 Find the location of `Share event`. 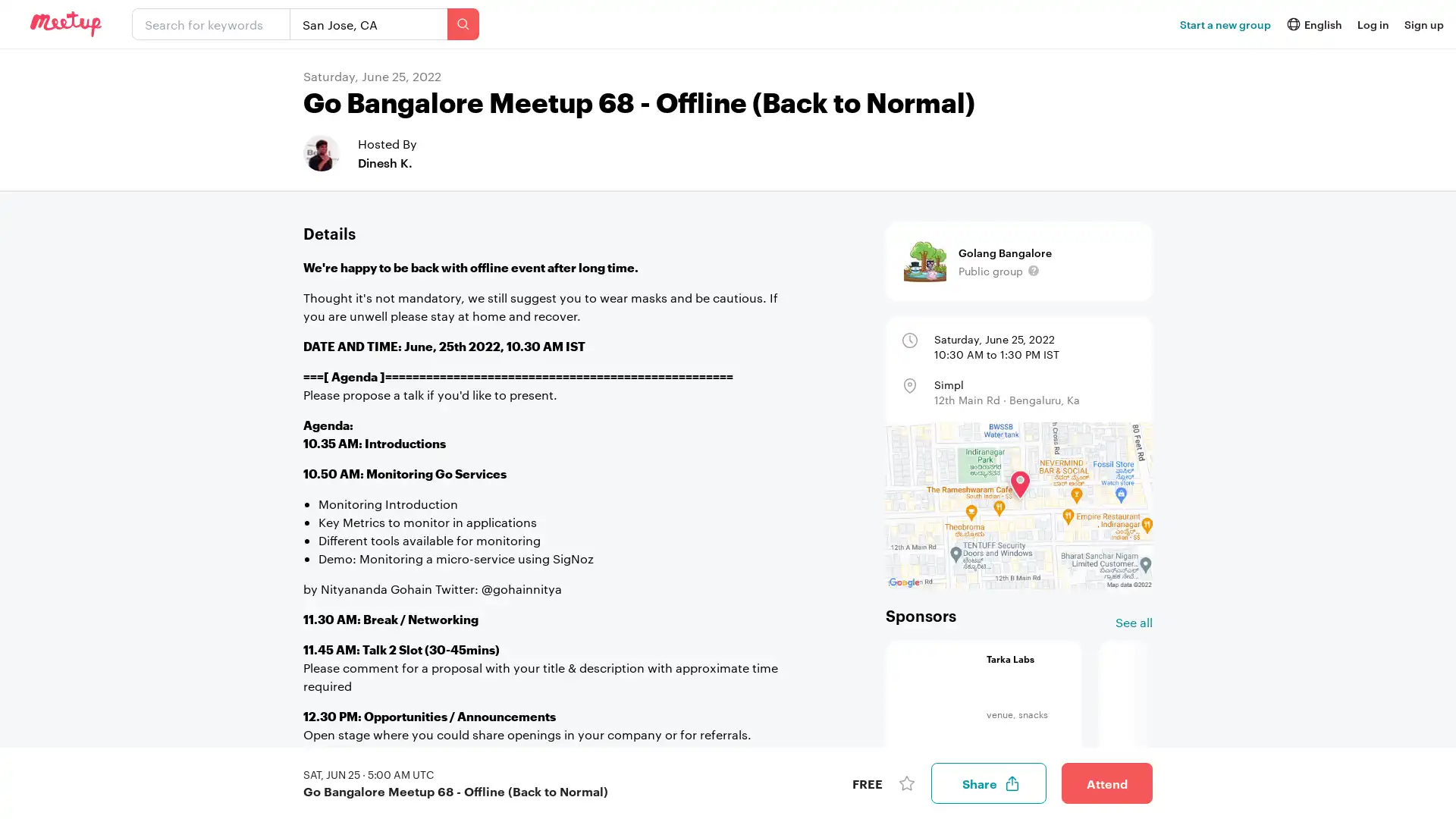

Share event is located at coordinates (989, 783).